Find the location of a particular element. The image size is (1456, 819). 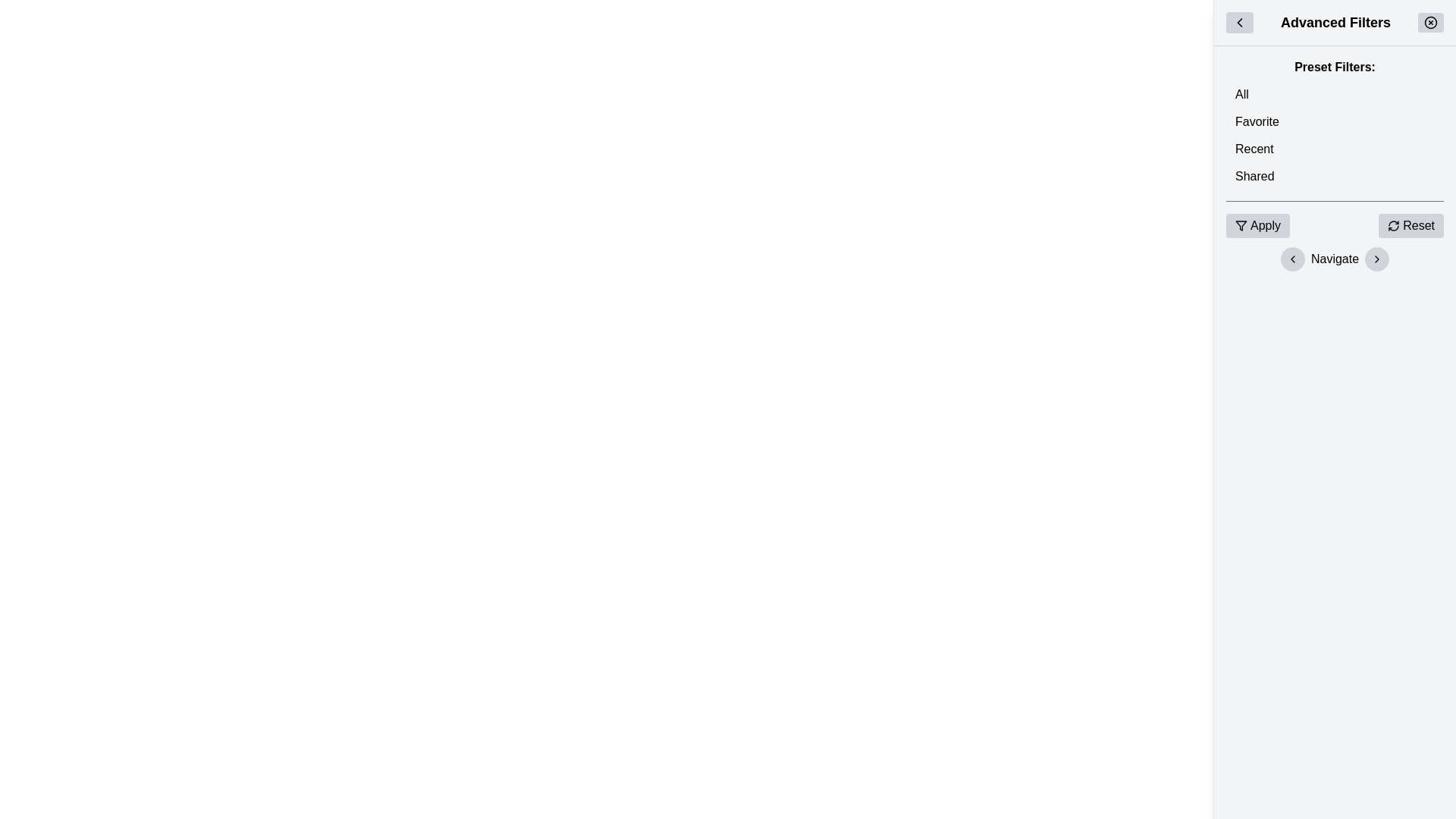

the chevron icon in the back button located in the upper-left corner of the 'Advanced Filters' sidebar is located at coordinates (1240, 23).